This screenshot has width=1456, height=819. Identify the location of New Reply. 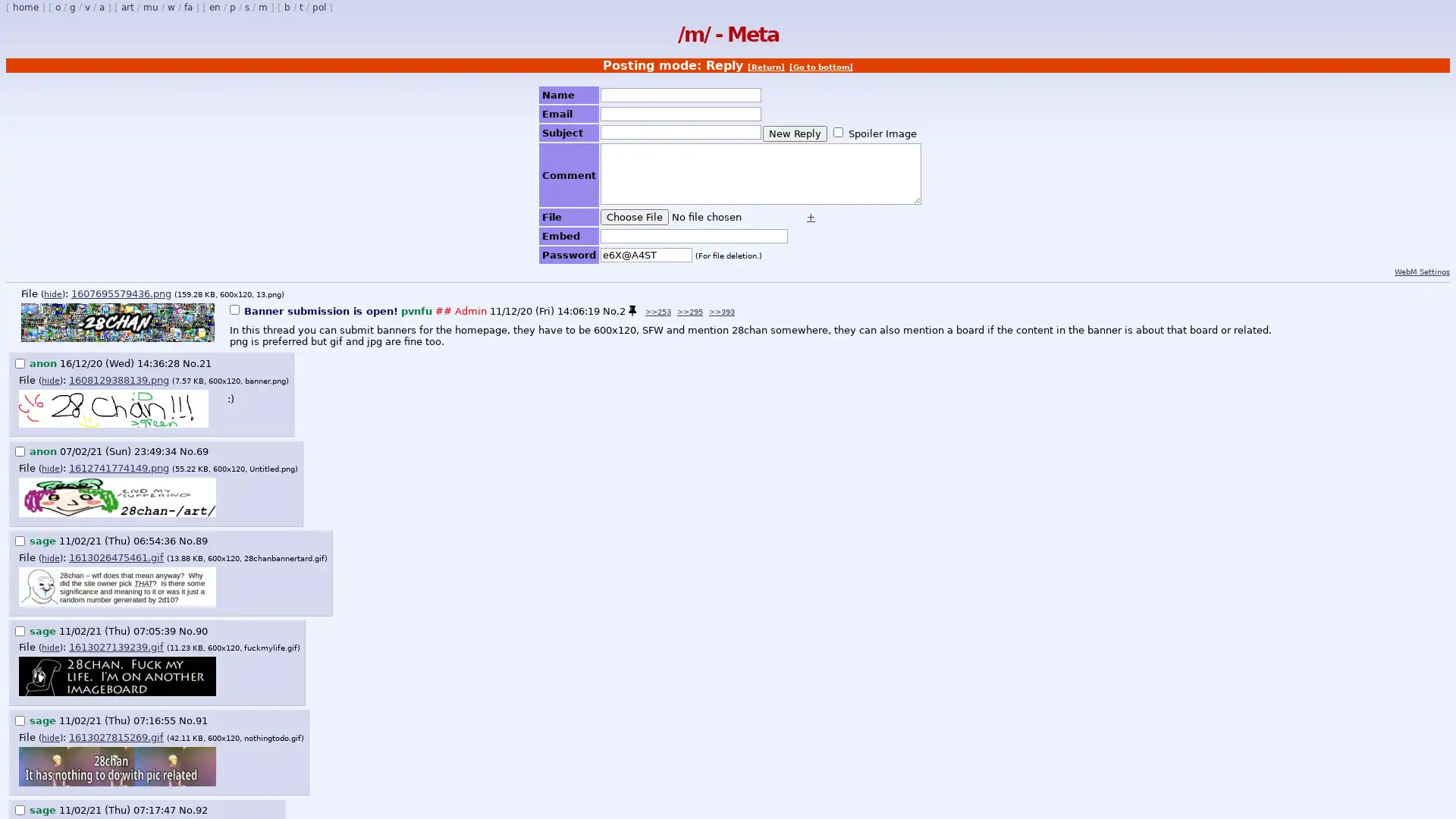
(794, 132).